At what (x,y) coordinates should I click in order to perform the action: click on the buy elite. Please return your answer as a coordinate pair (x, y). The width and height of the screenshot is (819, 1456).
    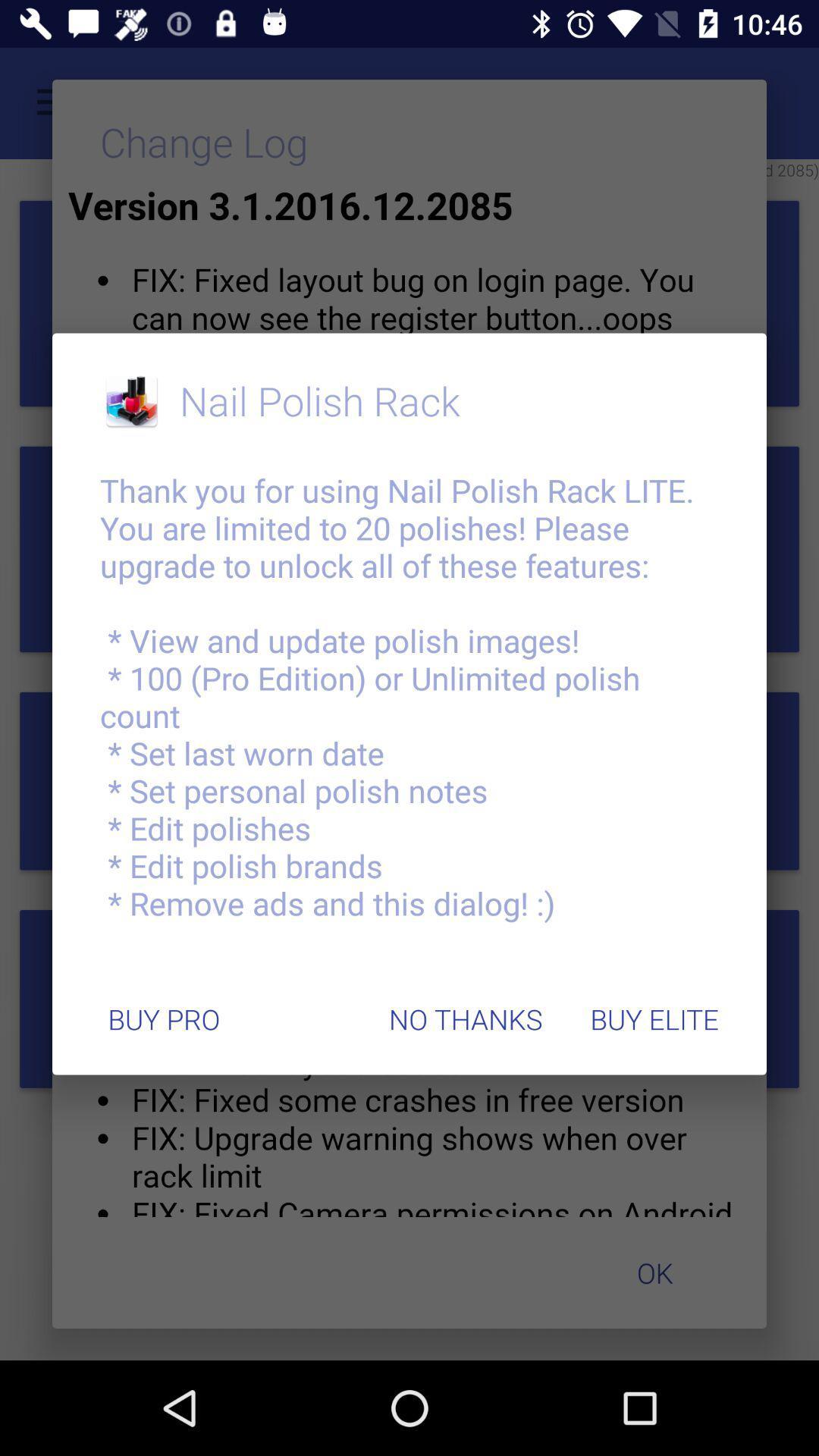
    Looking at the image, I should click on (654, 1019).